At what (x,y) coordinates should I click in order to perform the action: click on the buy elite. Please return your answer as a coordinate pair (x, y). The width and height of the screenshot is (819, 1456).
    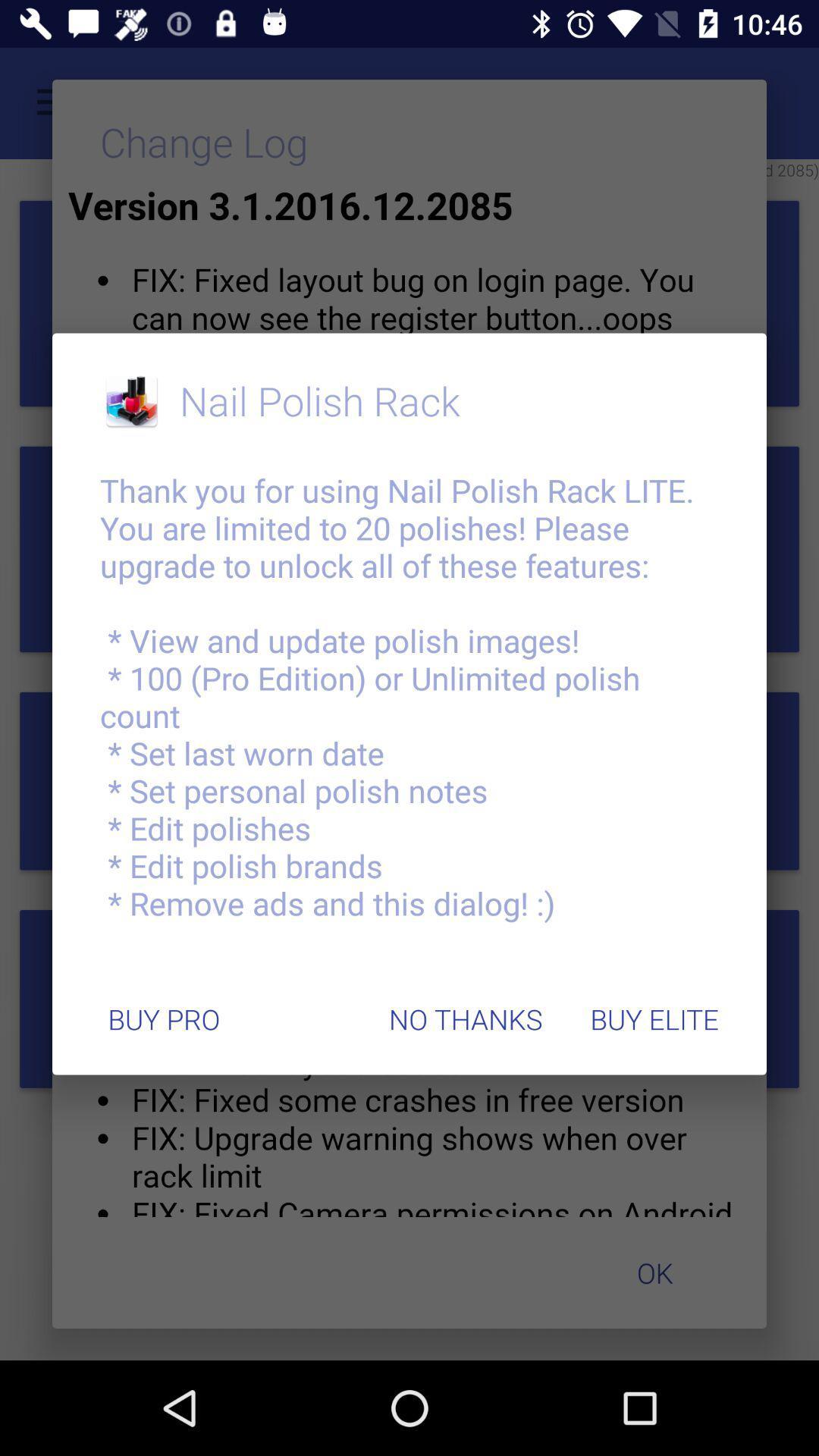
    Looking at the image, I should click on (654, 1019).